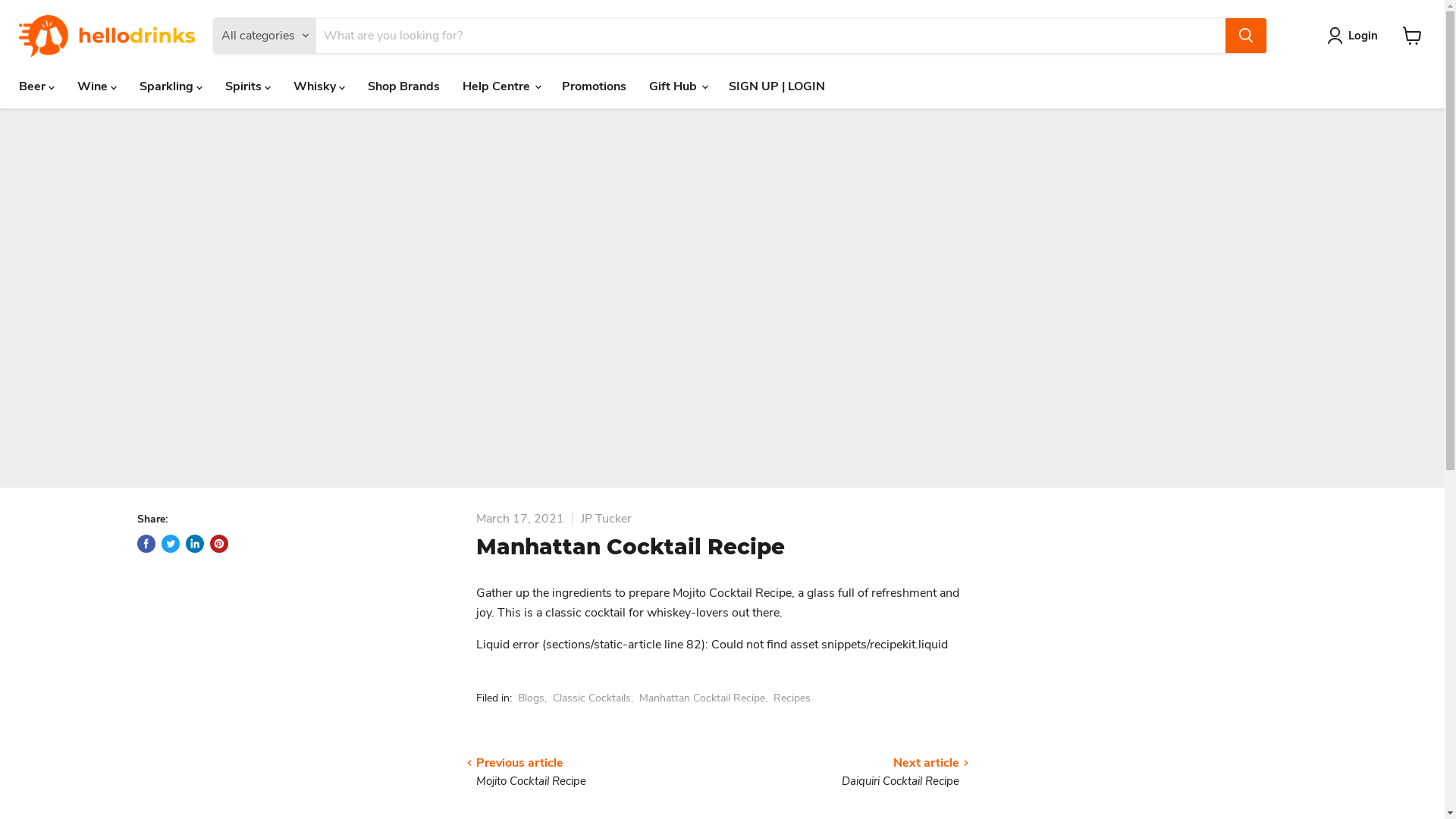  I want to click on 'Pin on Pinterest', so click(208, 543).